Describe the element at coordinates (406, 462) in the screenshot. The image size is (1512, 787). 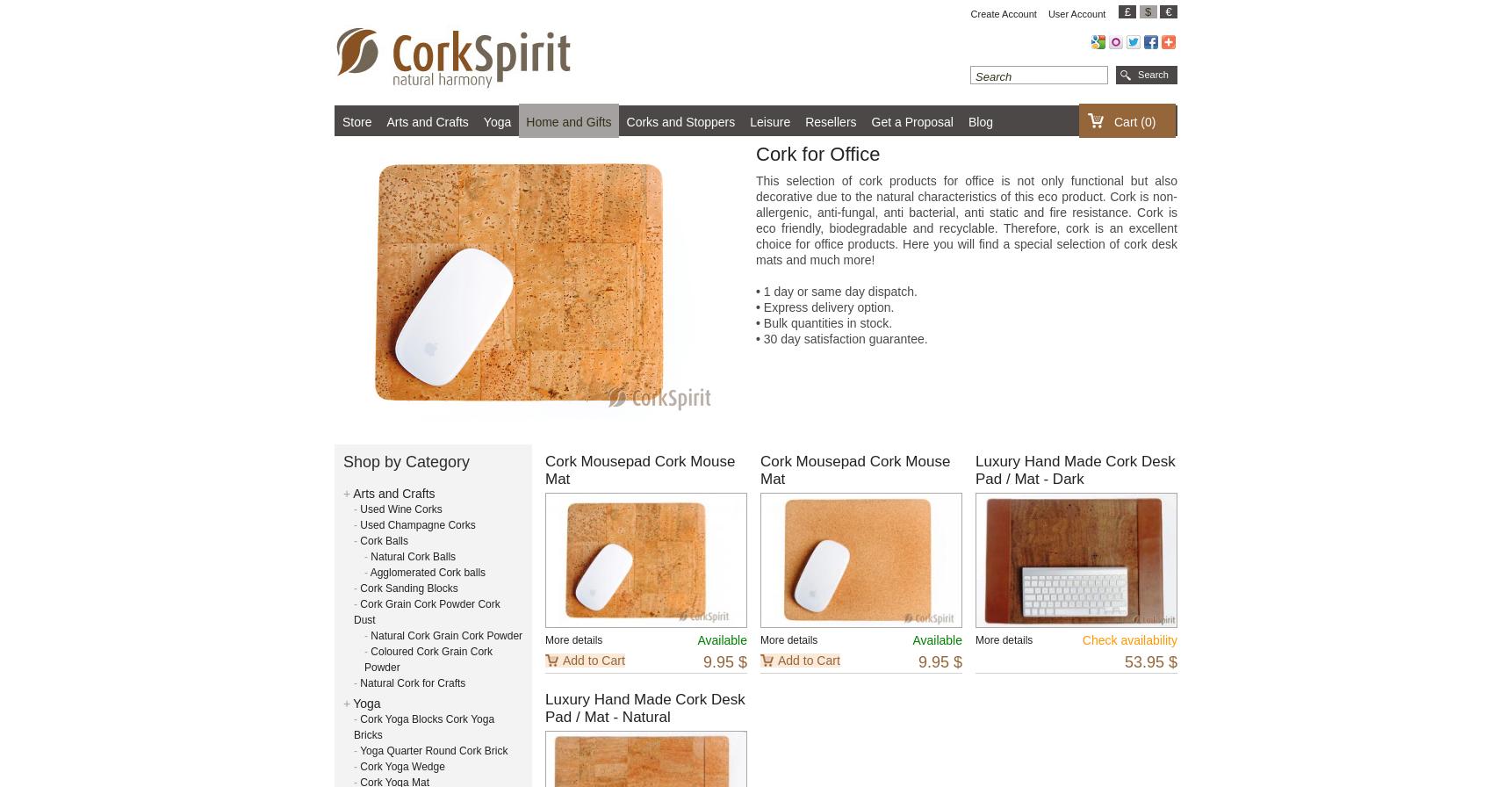
I see `'Shop by Category'` at that location.